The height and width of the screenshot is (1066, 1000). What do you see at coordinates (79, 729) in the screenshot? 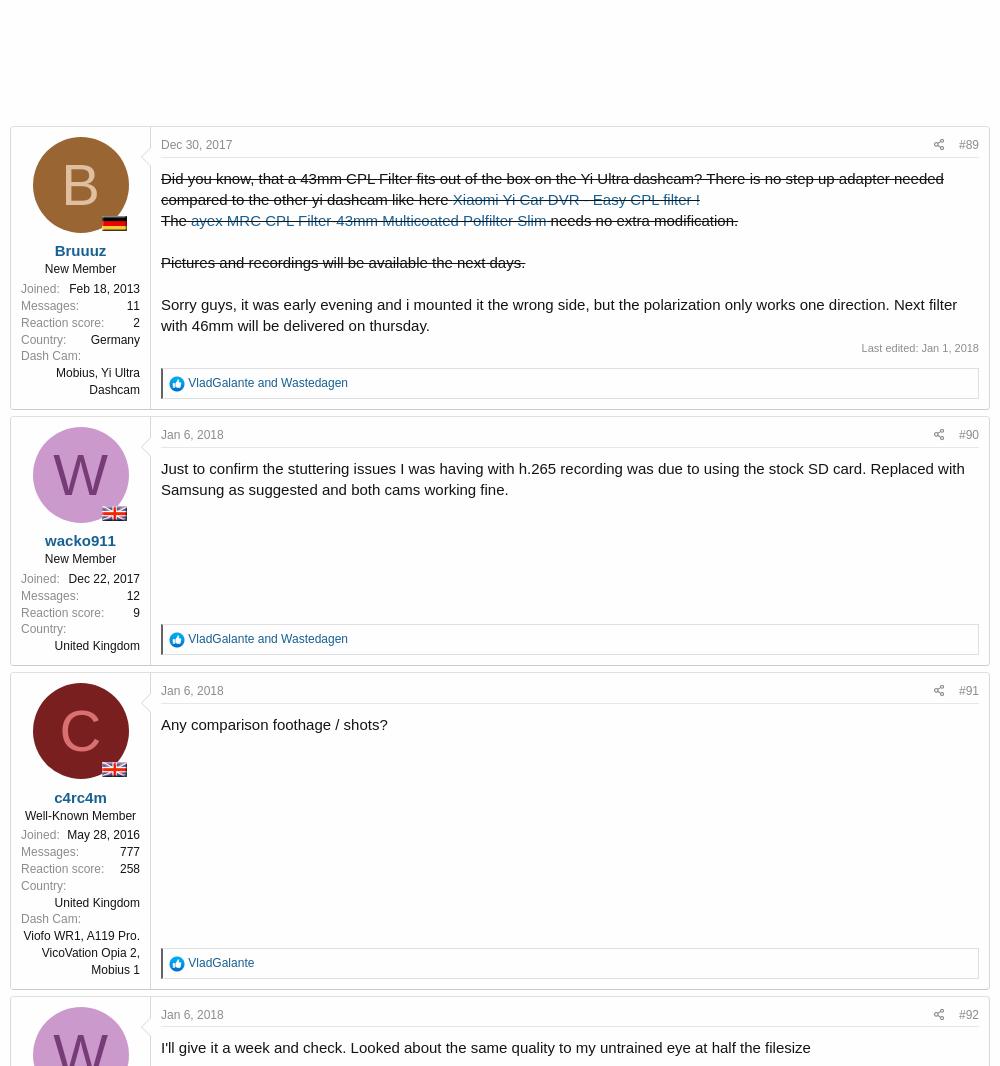
I see `'C'` at bounding box center [79, 729].